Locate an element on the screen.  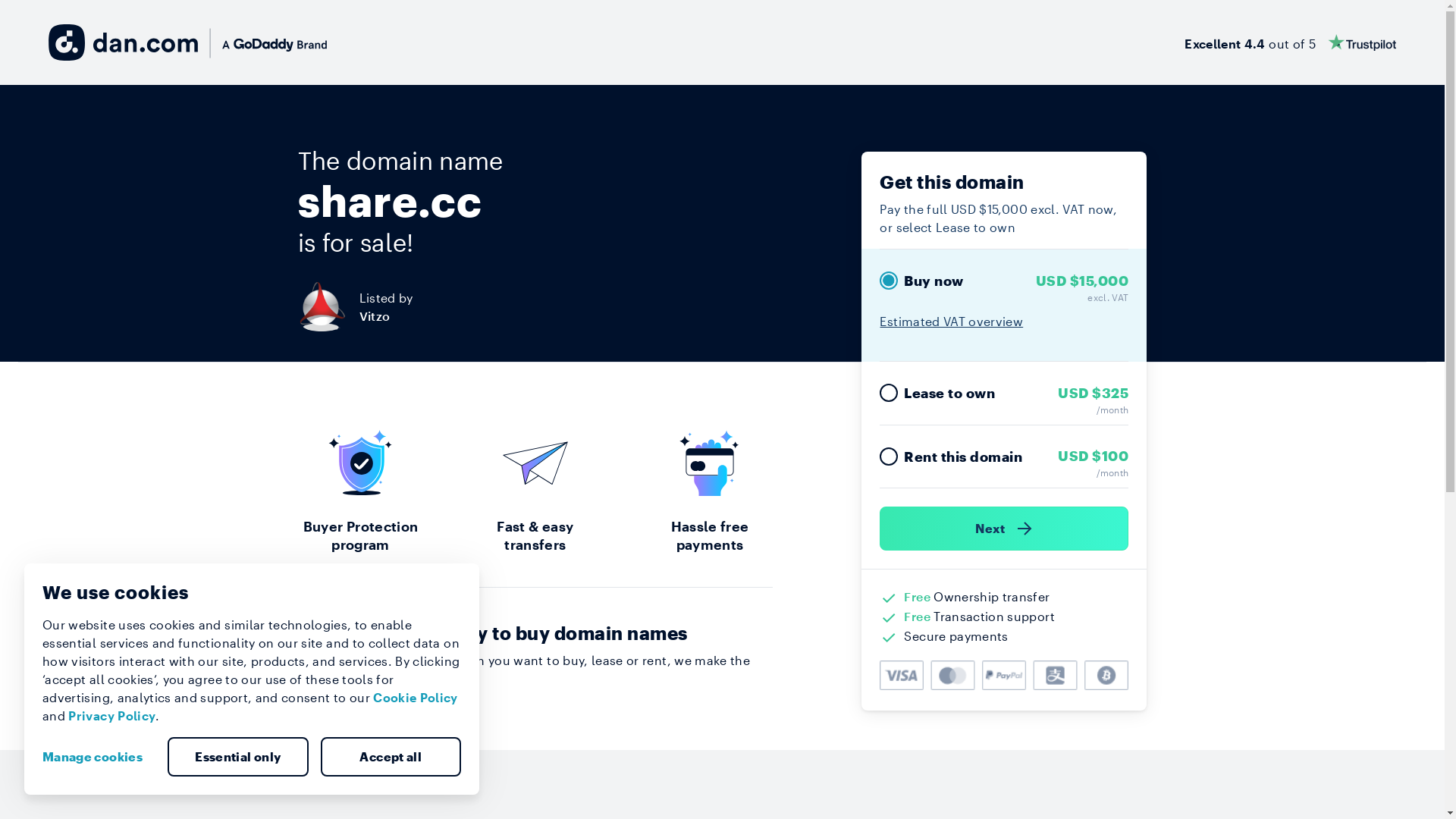
'Estimated VAT overview' is located at coordinates (950, 320).